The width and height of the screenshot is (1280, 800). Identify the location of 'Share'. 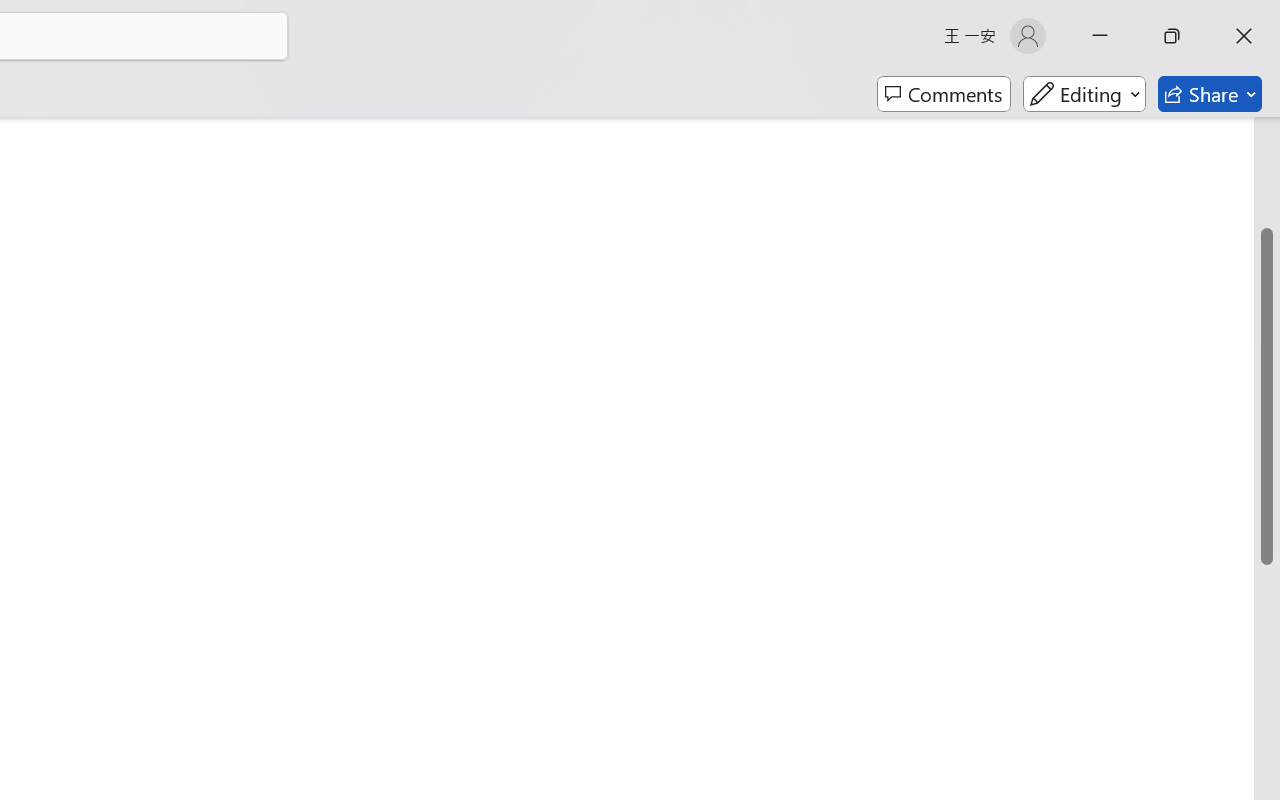
(1209, 94).